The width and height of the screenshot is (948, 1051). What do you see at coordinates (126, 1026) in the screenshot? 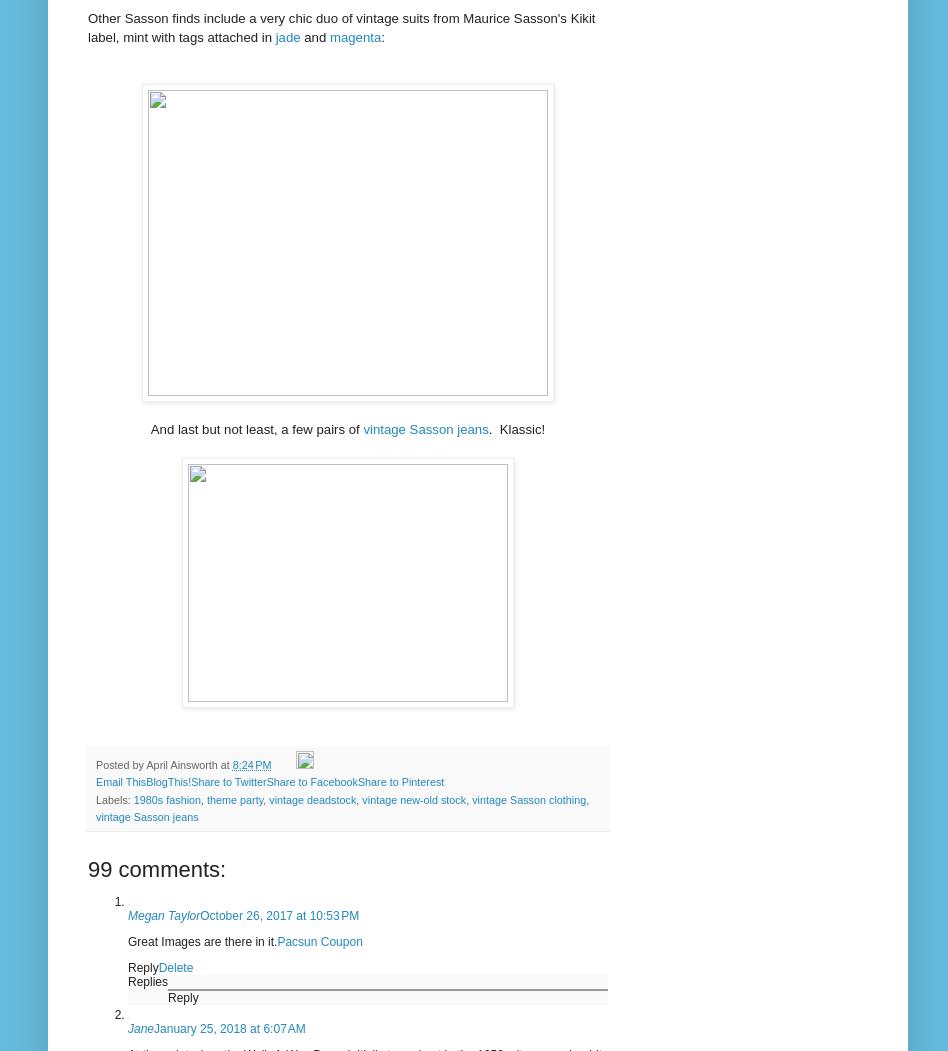
I see `'Jane'` at bounding box center [126, 1026].